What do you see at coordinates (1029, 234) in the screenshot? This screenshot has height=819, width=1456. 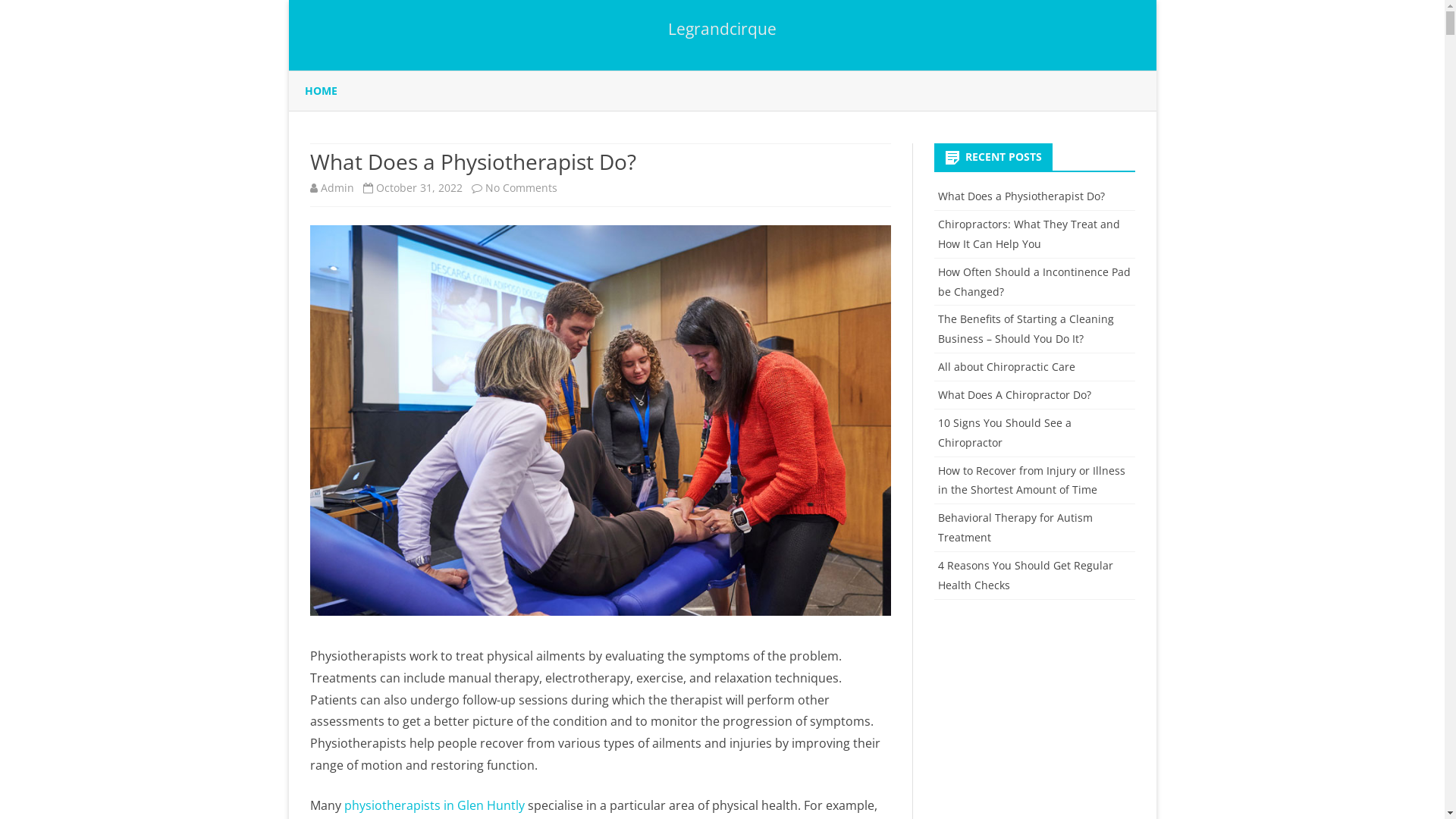 I see `'Chiropractors: What They Treat and How It Can Help You'` at bounding box center [1029, 234].